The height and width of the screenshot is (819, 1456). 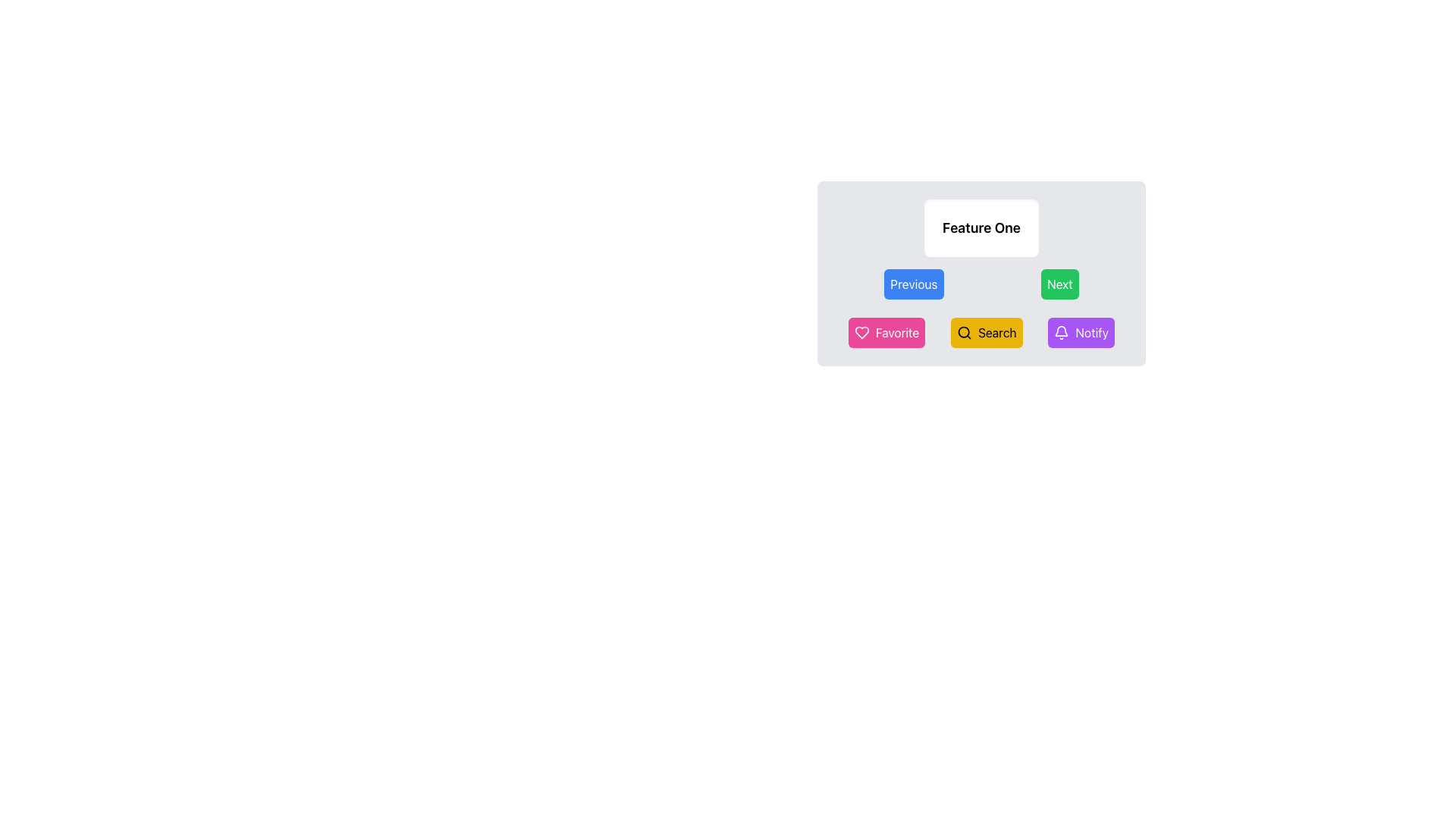 I want to click on the 'Previous' button, which is a rectangular button with a blue background and white text, located to the left of the 'Next' button, so click(x=913, y=284).